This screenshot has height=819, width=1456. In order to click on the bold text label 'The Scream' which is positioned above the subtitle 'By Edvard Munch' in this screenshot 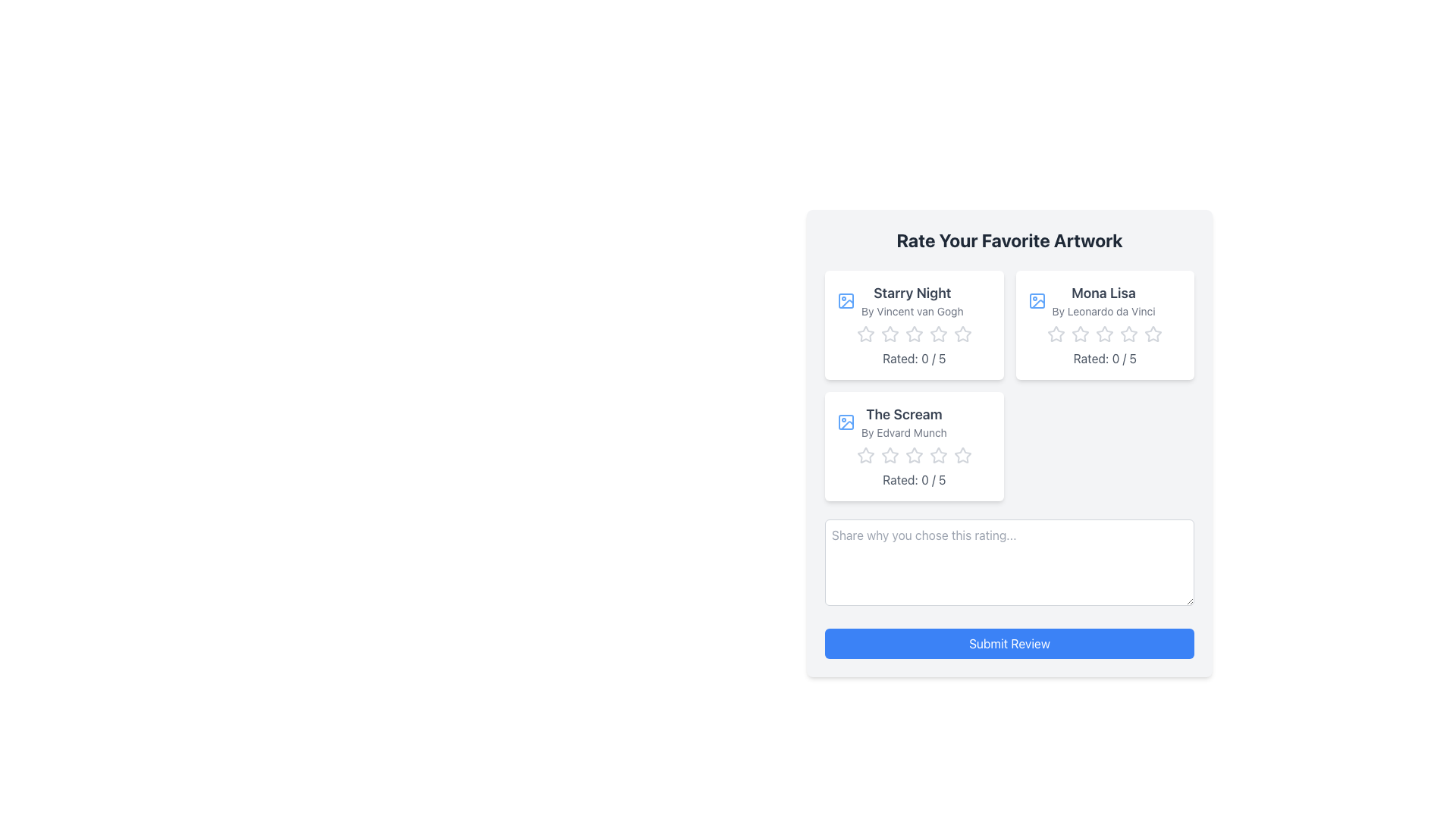, I will do `click(904, 415)`.